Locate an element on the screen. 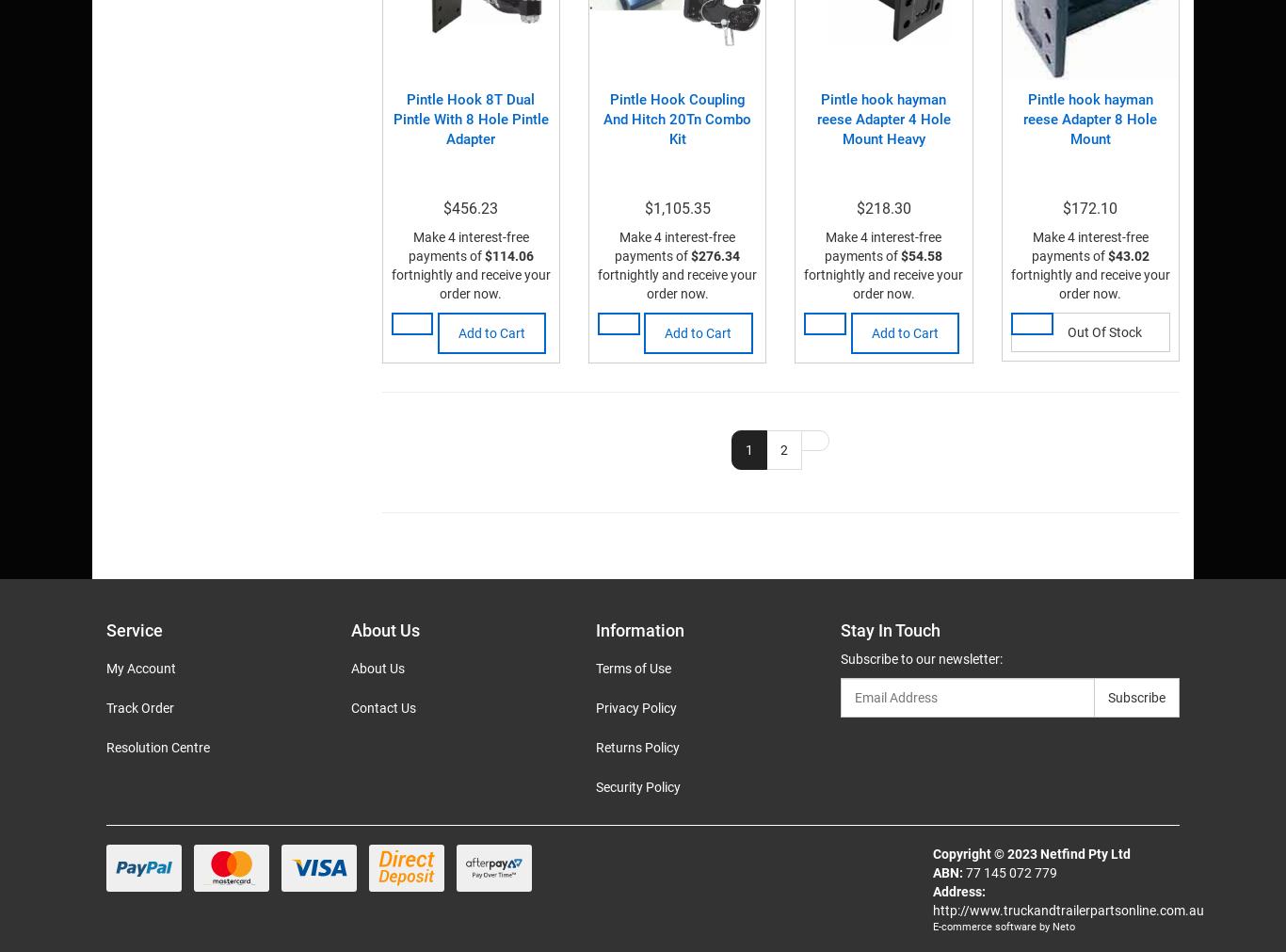  '77 145 072 779' is located at coordinates (1008, 872).